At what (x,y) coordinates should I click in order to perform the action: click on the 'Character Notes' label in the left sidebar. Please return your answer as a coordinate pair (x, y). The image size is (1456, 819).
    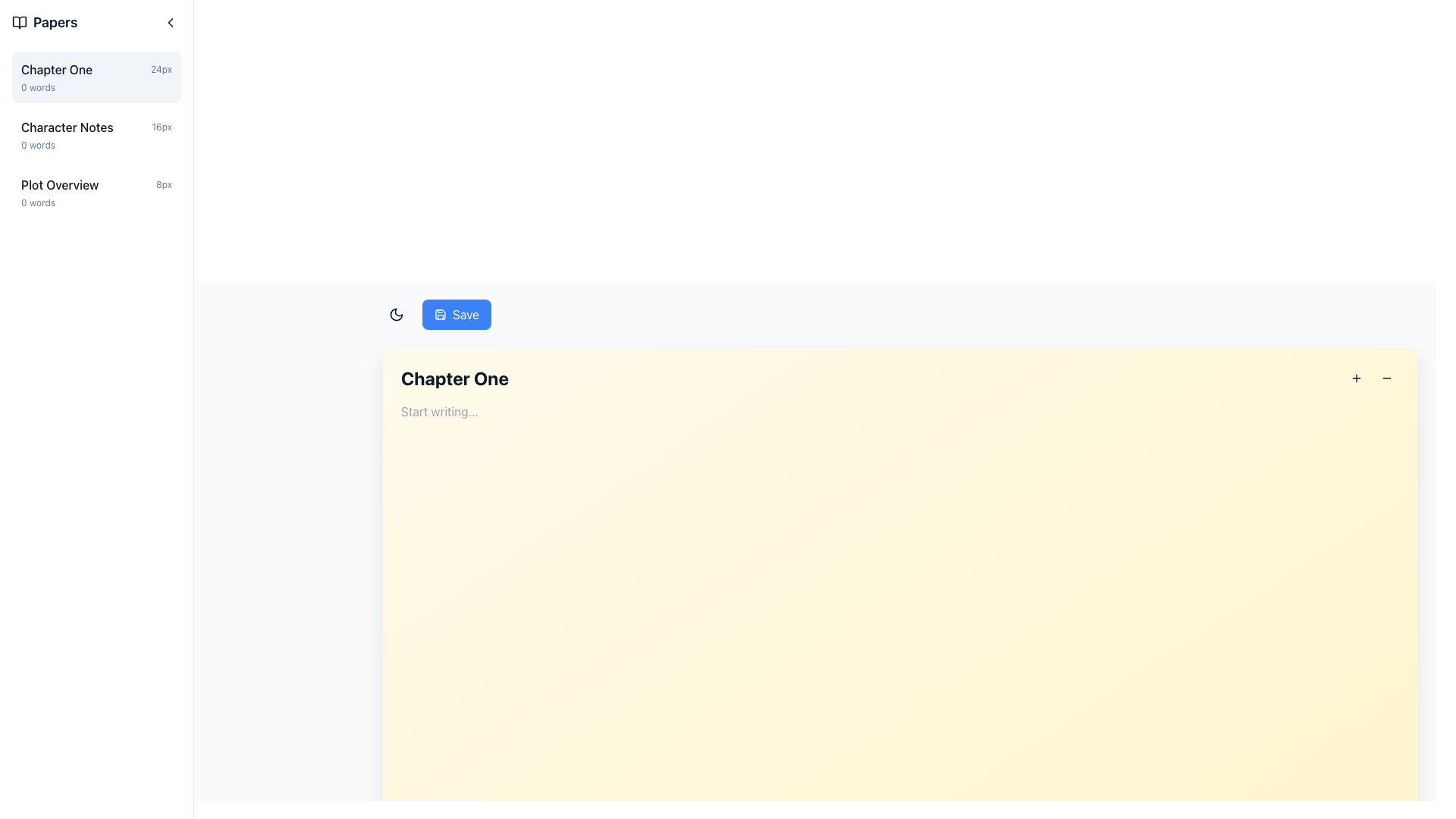
    Looking at the image, I should click on (66, 127).